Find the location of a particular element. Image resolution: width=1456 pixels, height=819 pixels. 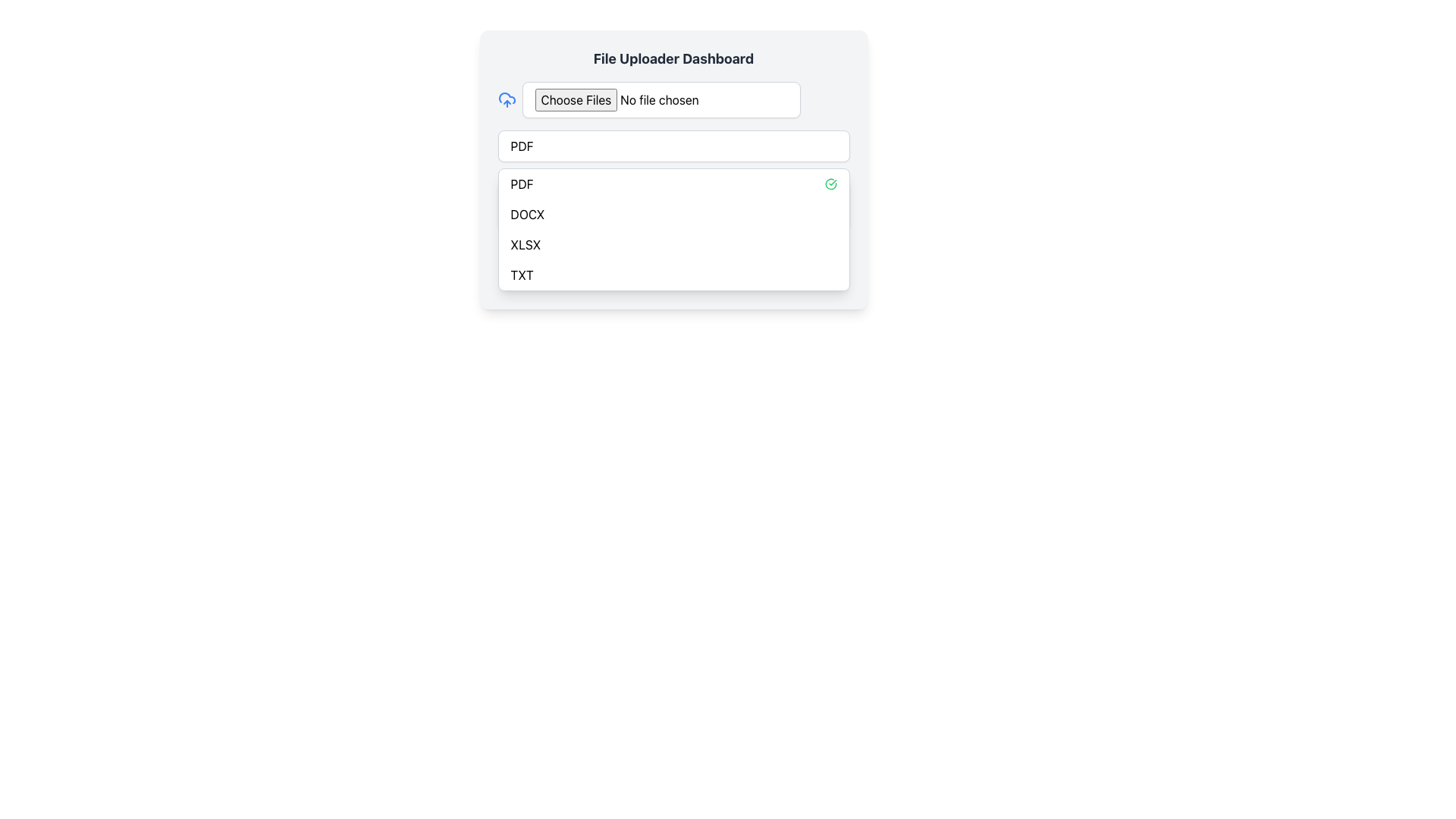

the 'PDF' text label in bold font style located at the top-left of the dropdown menu is located at coordinates (522, 184).